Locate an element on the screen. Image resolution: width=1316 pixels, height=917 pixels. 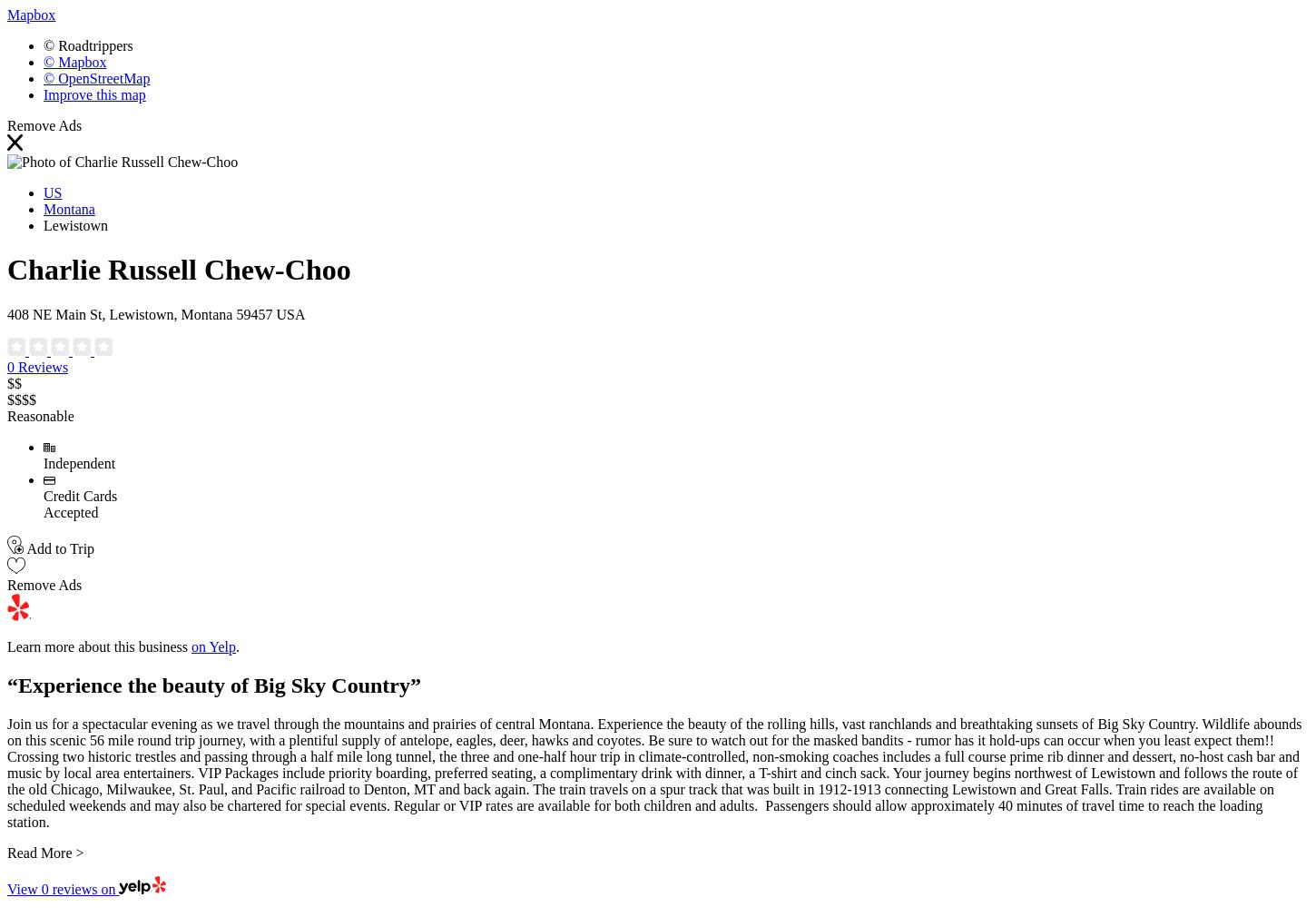
'Charlie Russell Chew-Choo' is located at coordinates (178, 270).